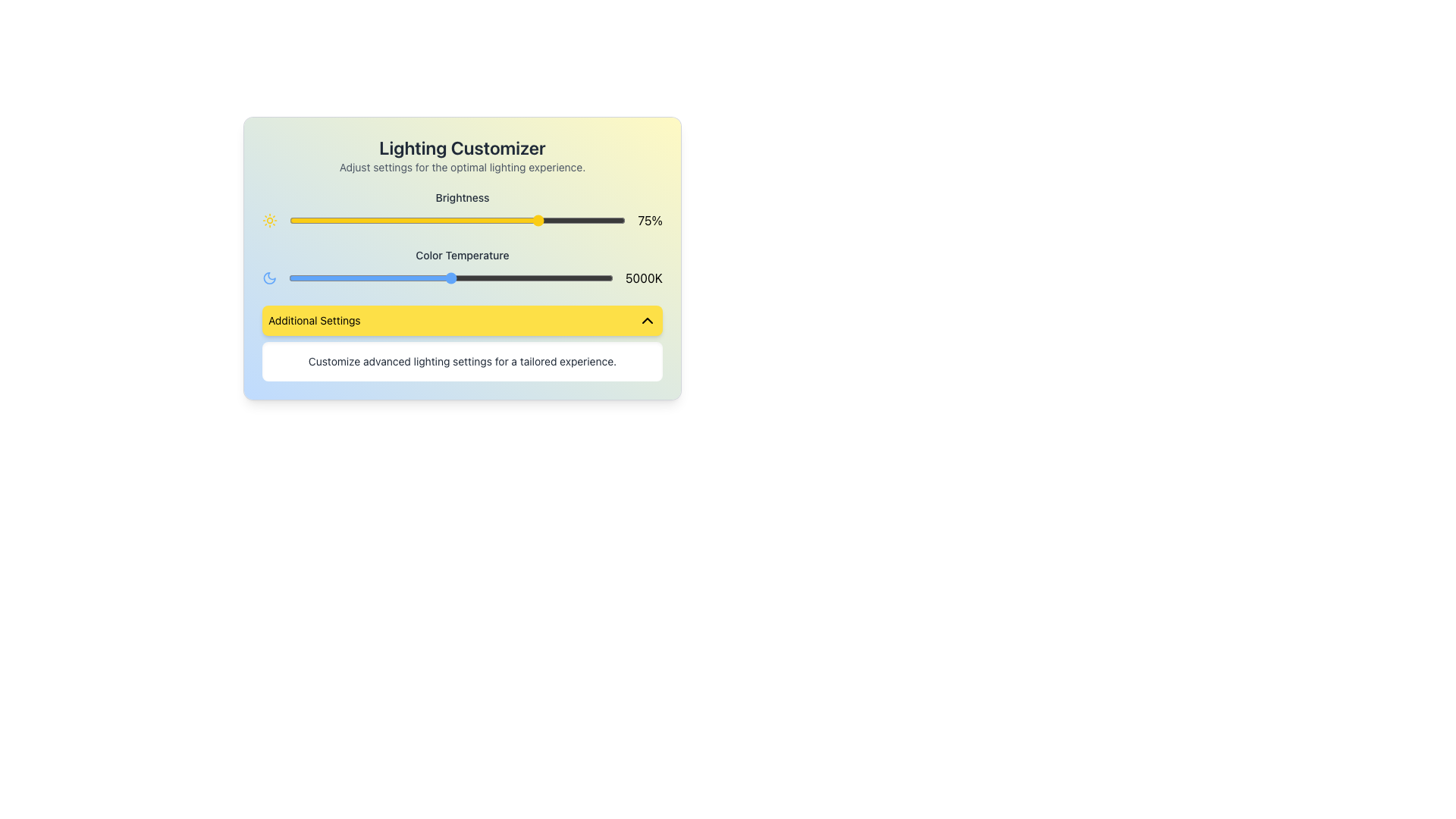 Image resolution: width=1456 pixels, height=819 pixels. Describe the element at coordinates (370, 220) in the screenshot. I see `the brightness level` at that location.